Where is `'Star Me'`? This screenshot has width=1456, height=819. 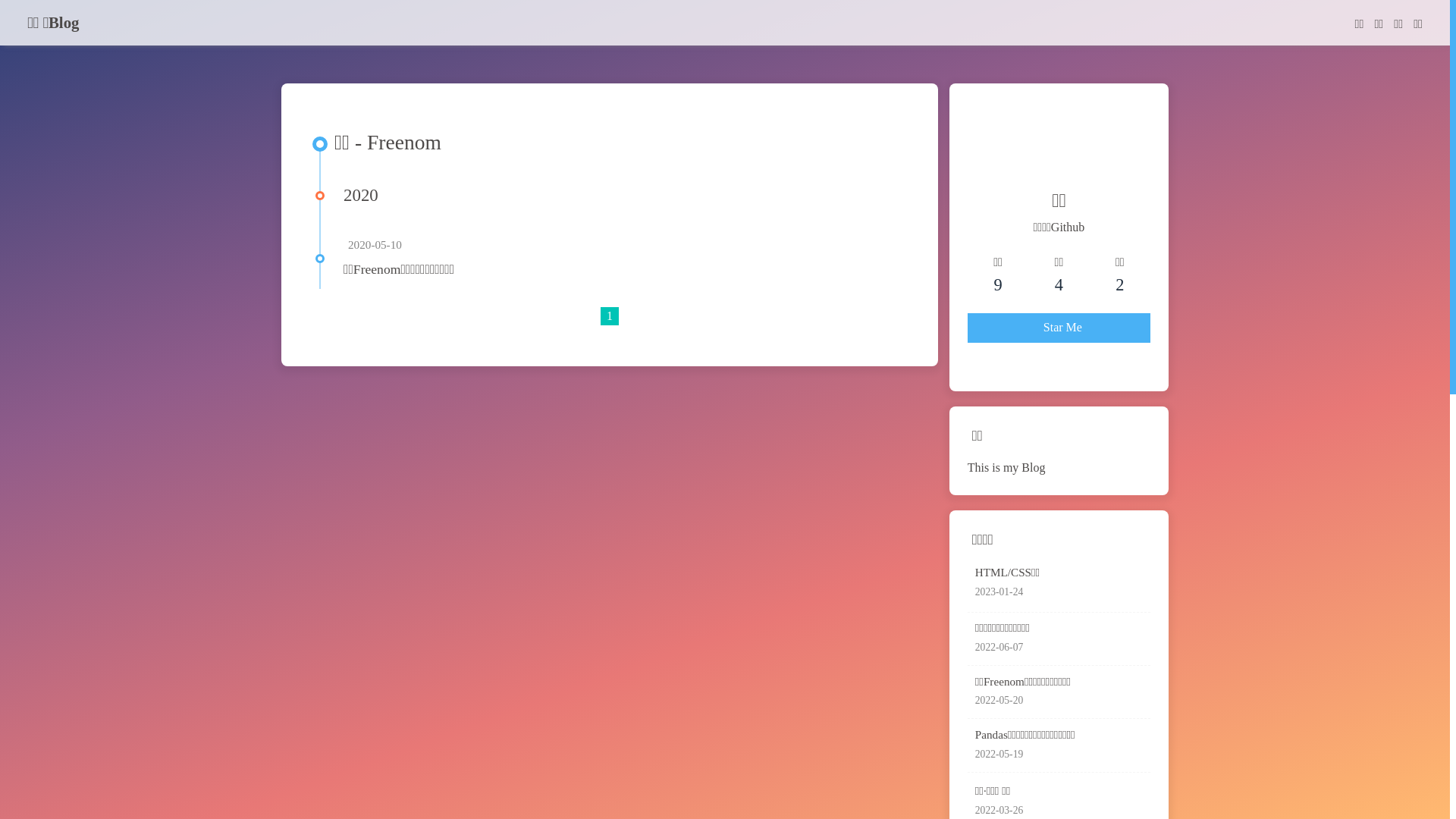
'Star Me' is located at coordinates (1058, 327).